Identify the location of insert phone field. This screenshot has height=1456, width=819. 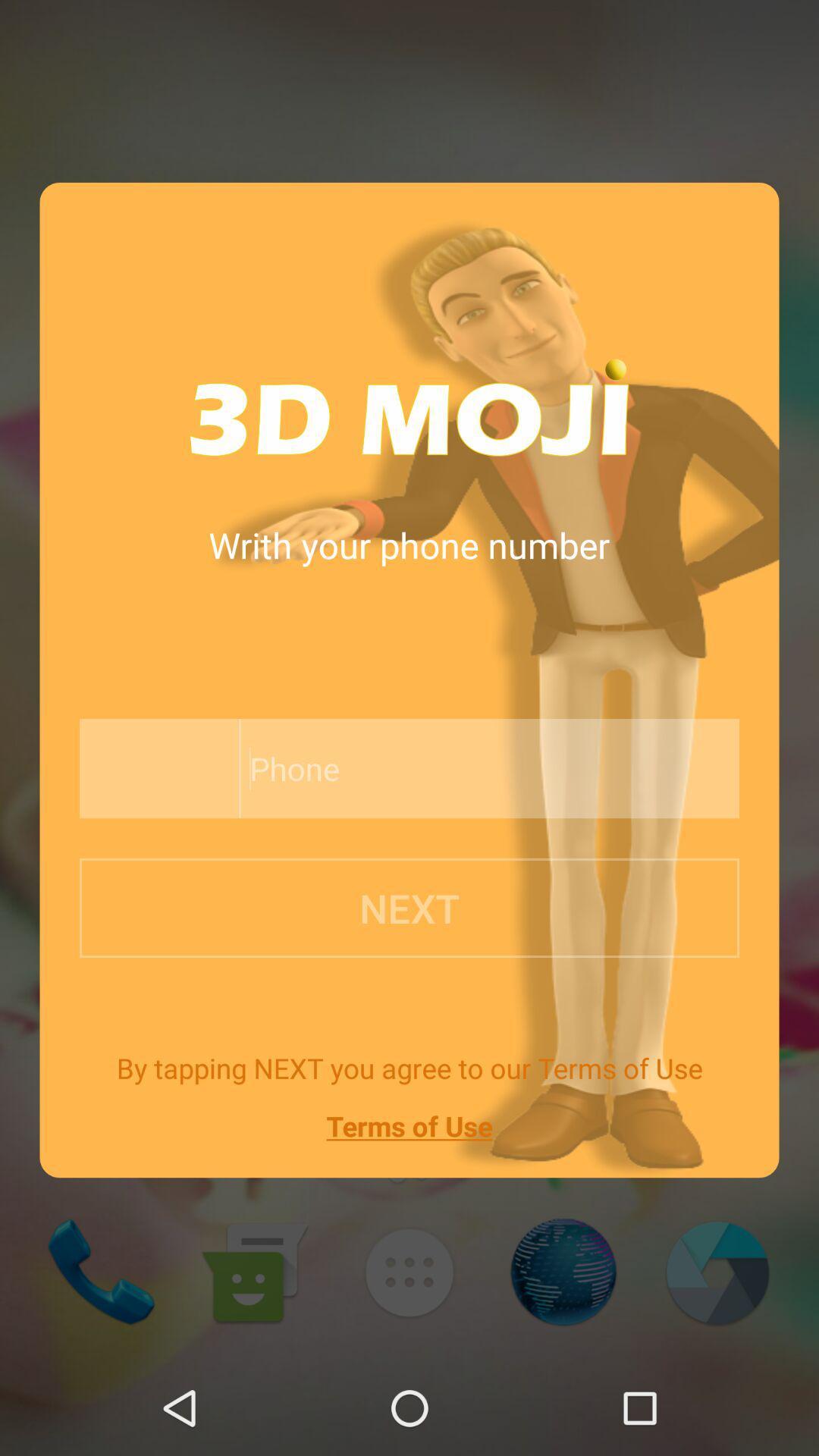
(453, 768).